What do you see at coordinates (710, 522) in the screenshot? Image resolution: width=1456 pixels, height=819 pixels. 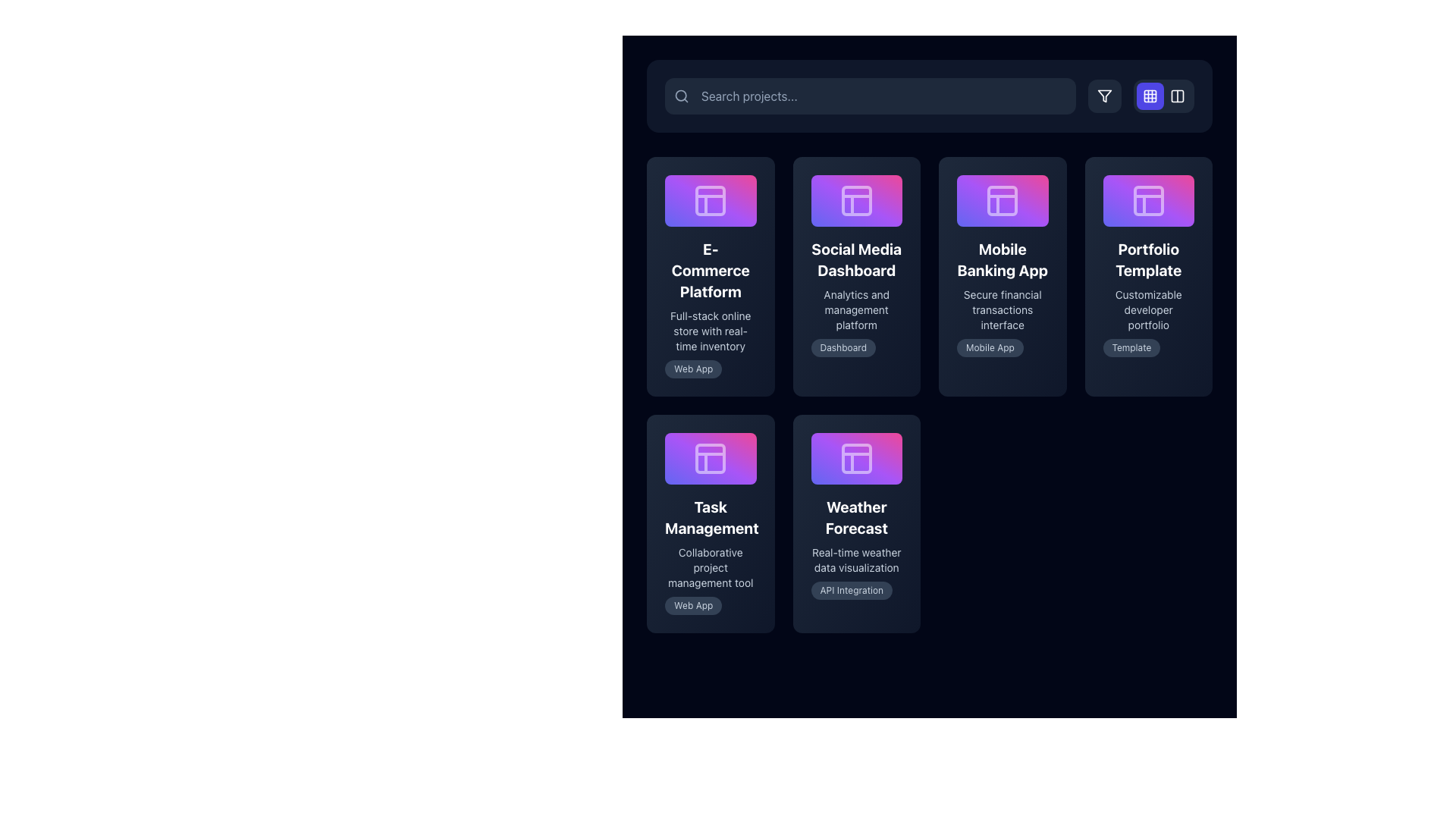 I see `the 'Task Management' interactive card located at the center coordinates to filter by category` at bounding box center [710, 522].